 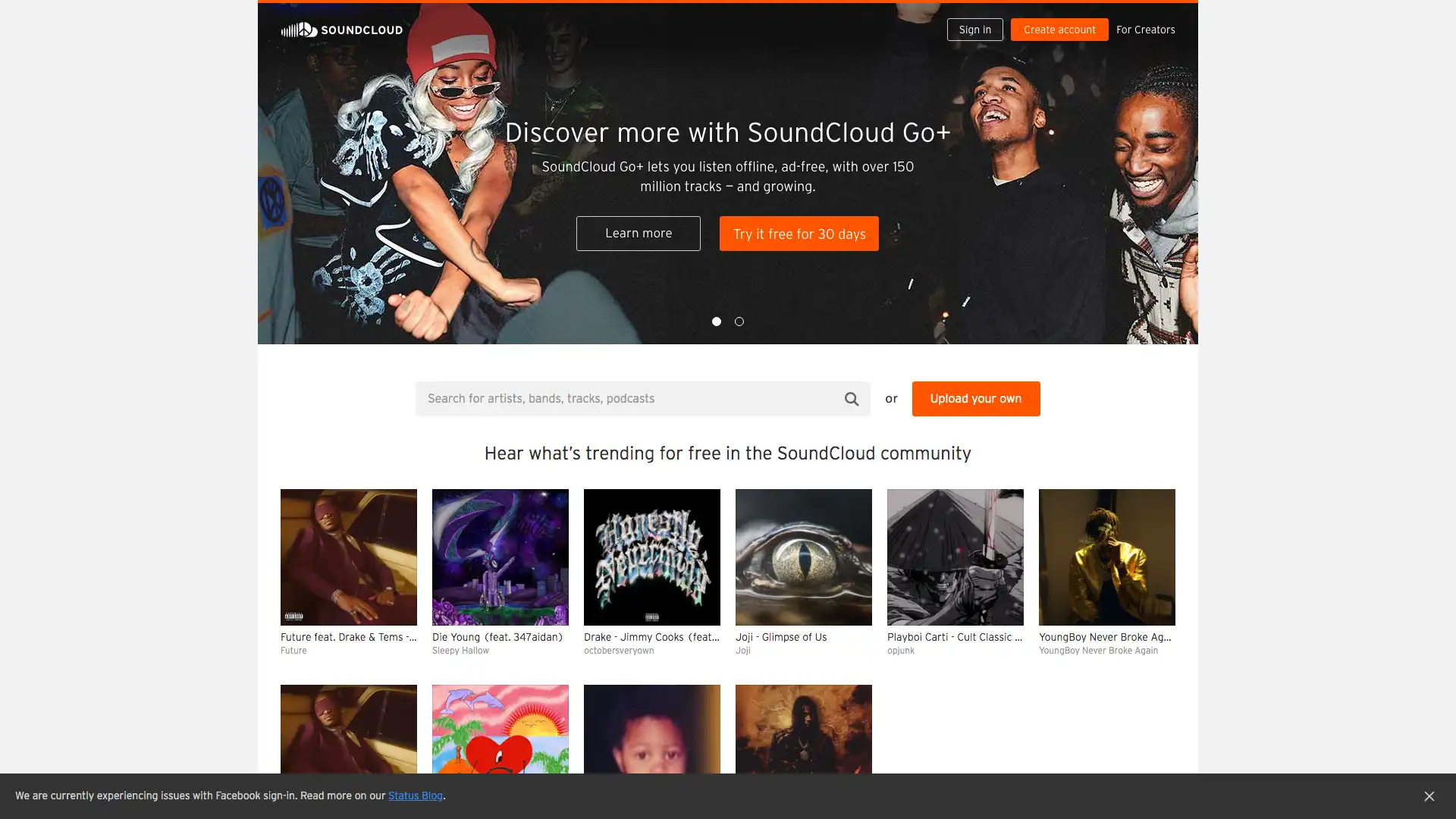 I want to click on Clear, so click(x=1124, y=414).